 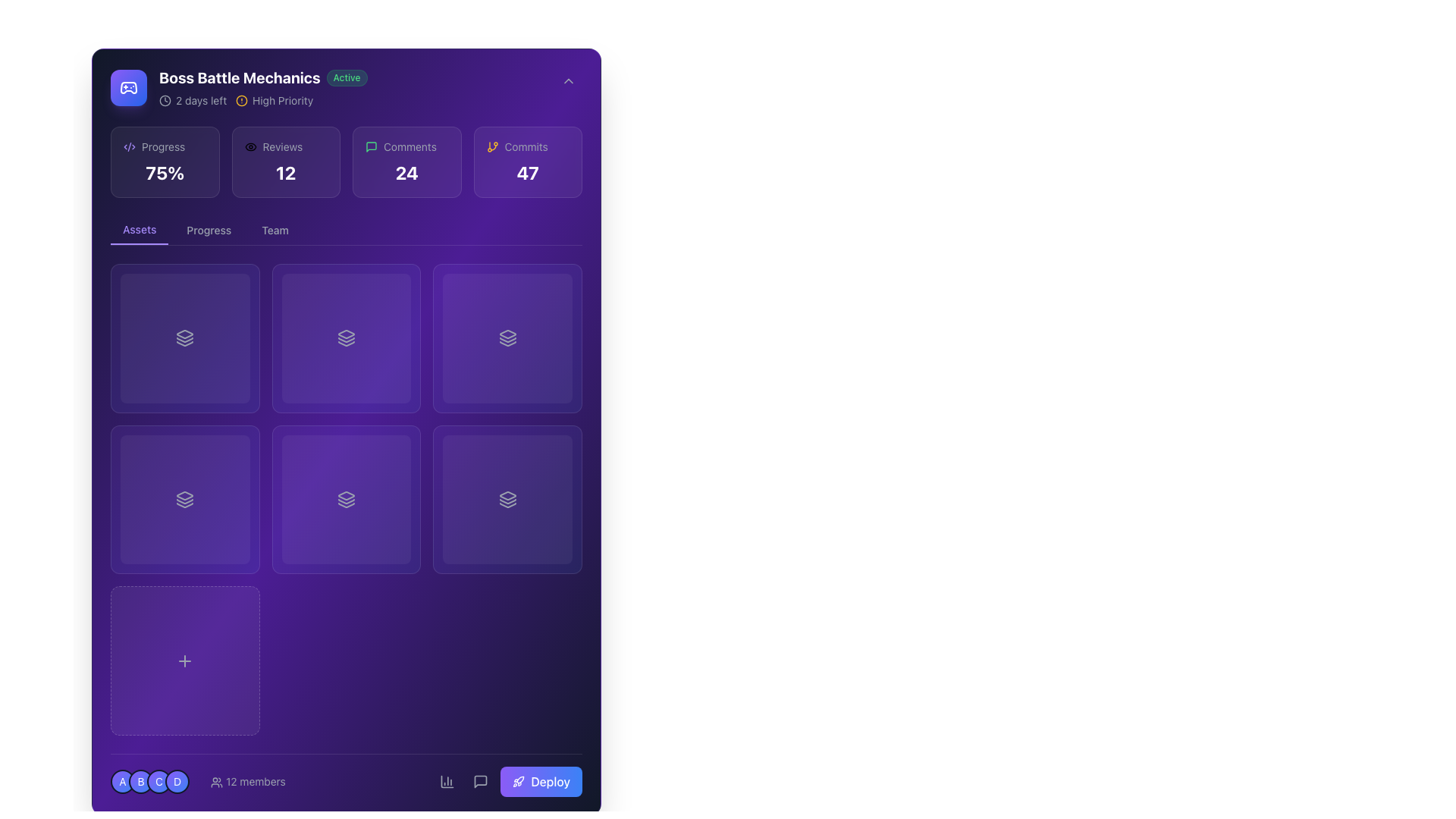 What do you see at coordinates (184, 505) in the screenshot?
I see `the layered icon located in the second row, first column of the 3x3 grid layout, which visually resembles a stack of layers` at bounding box center [184, 505].